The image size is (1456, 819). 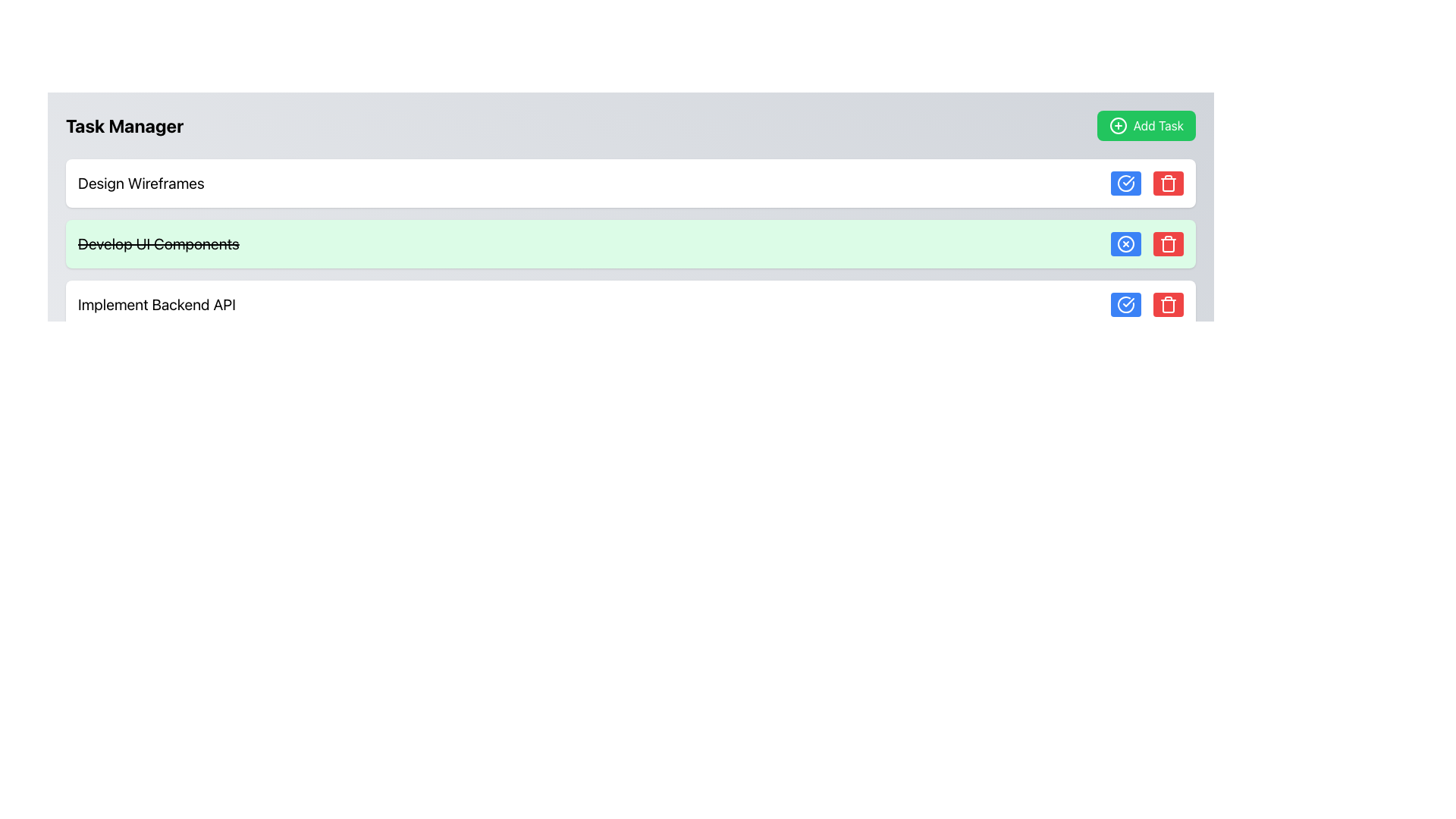 I want to click on text label for the 'Add Task' button located in the top-right corner of the layout header within the green button group, so click(x=1157, y=124).